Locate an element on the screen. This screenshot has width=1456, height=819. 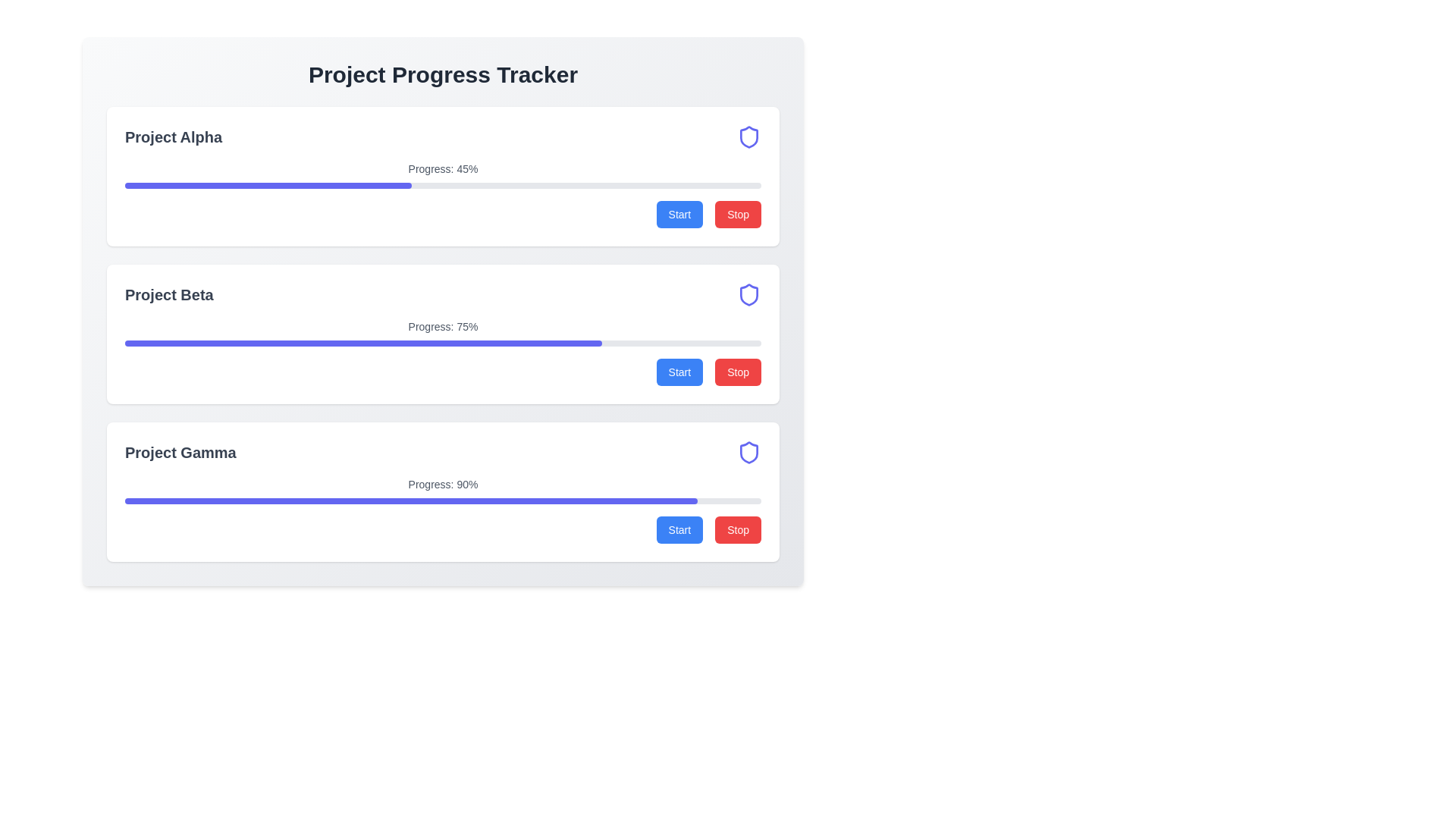
the Progress indicator bar for 'Project Gamma', which visually represents 90% completion and is located at the bottom of the project sections is located at coordinates (411, 500).